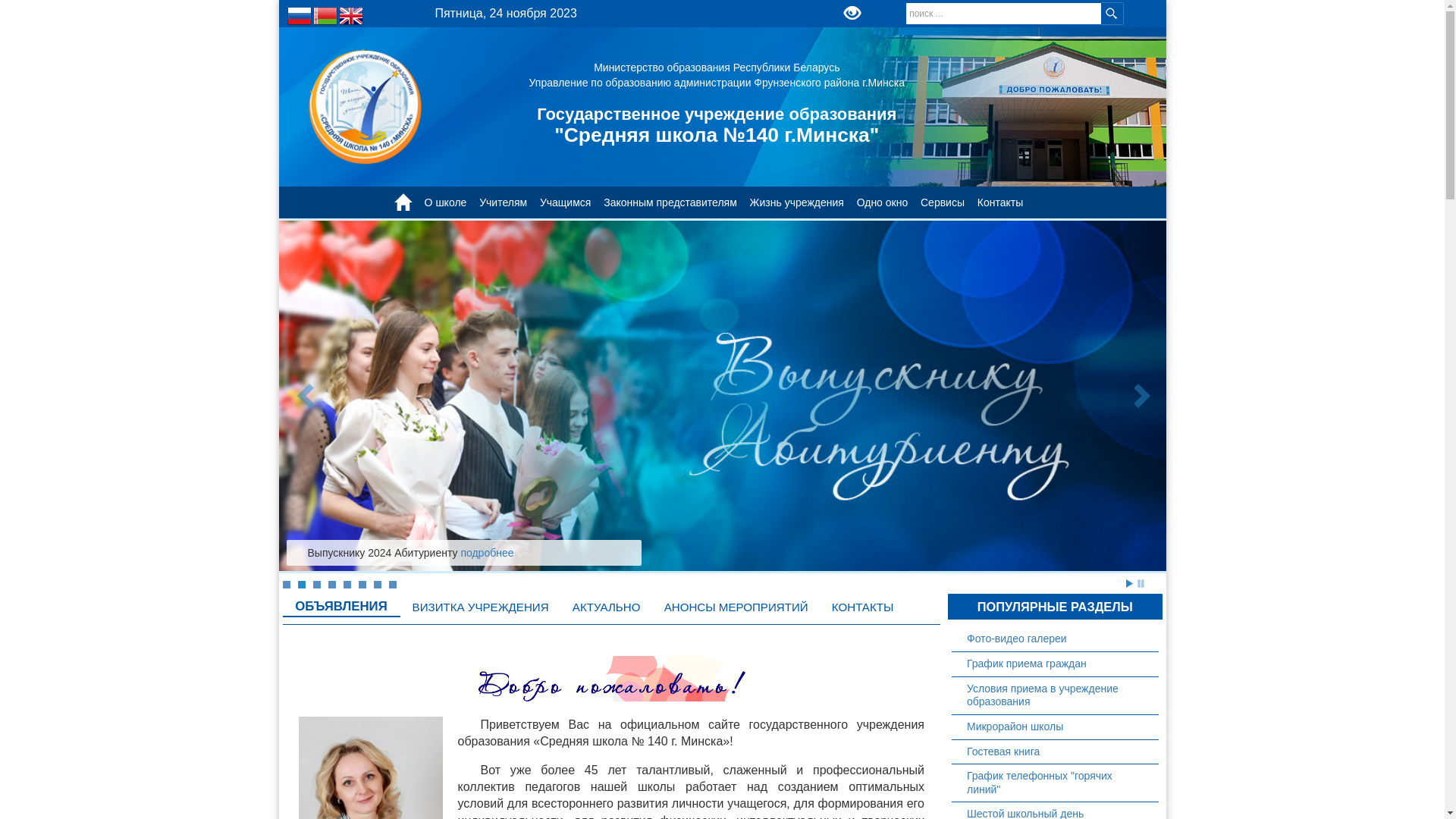 The width and height of the screenshot is (1456, 819). What do you see at coordinates (372, 584) in the screenshot?
I see `'7'` at bounding box center [372, 584].